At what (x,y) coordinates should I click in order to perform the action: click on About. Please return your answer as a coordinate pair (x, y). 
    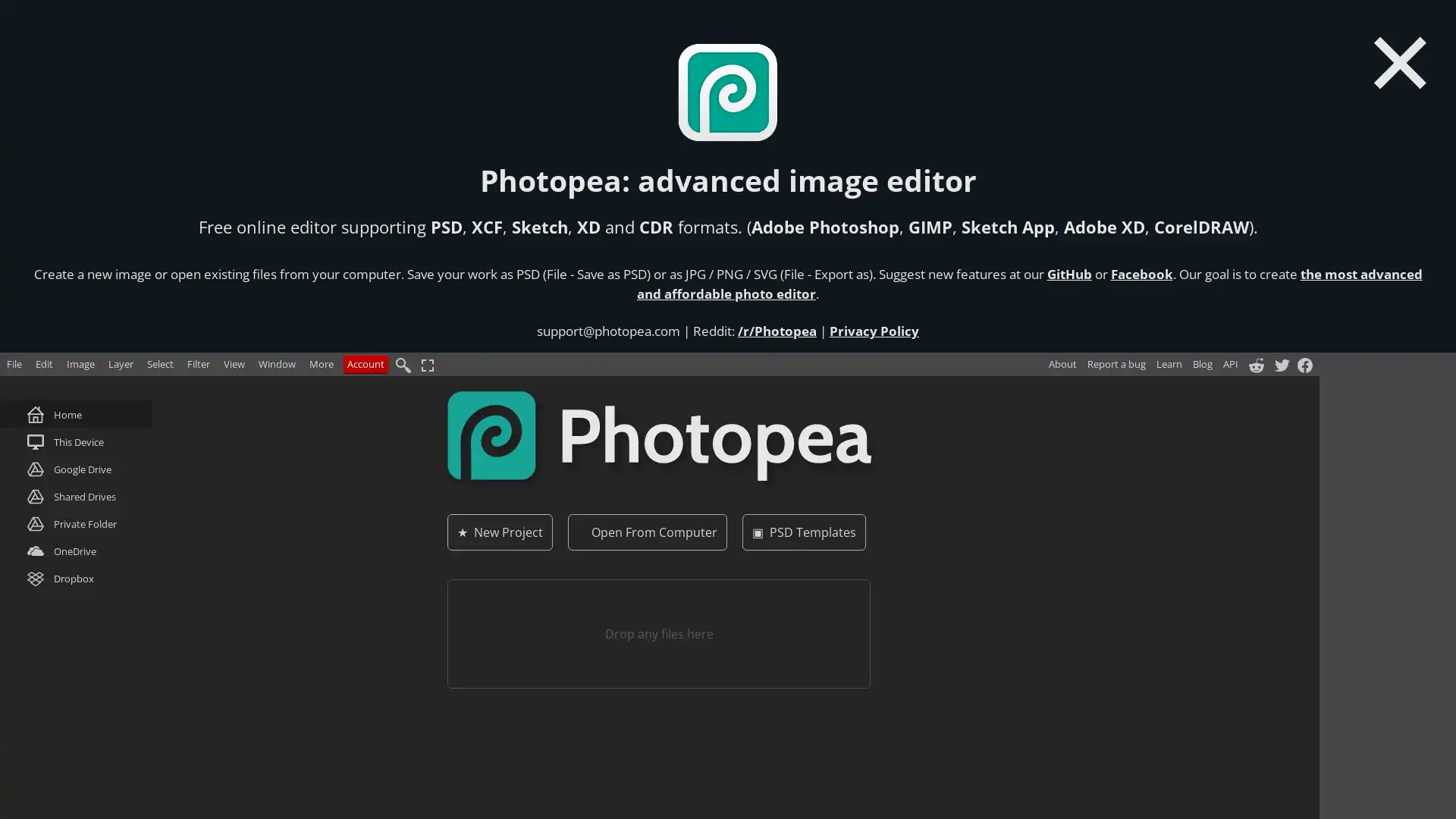
    Looking at the image, I should click on (1062, 11).